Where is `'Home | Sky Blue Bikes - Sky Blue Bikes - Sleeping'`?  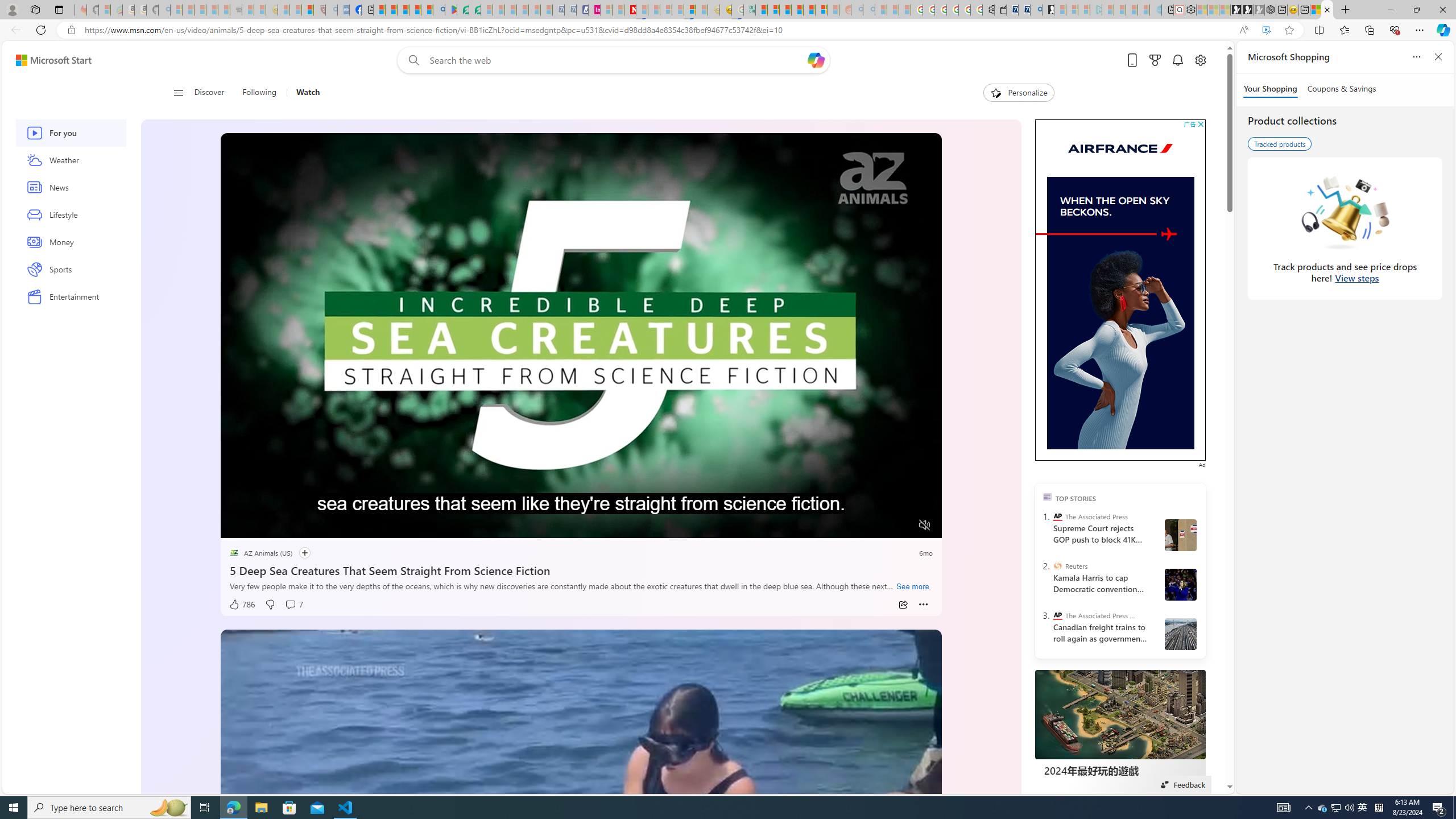 'Home | Sky Blue Bikes - Sky Blue Bikes - Sleeping' is located at coordinates (1155, 9).